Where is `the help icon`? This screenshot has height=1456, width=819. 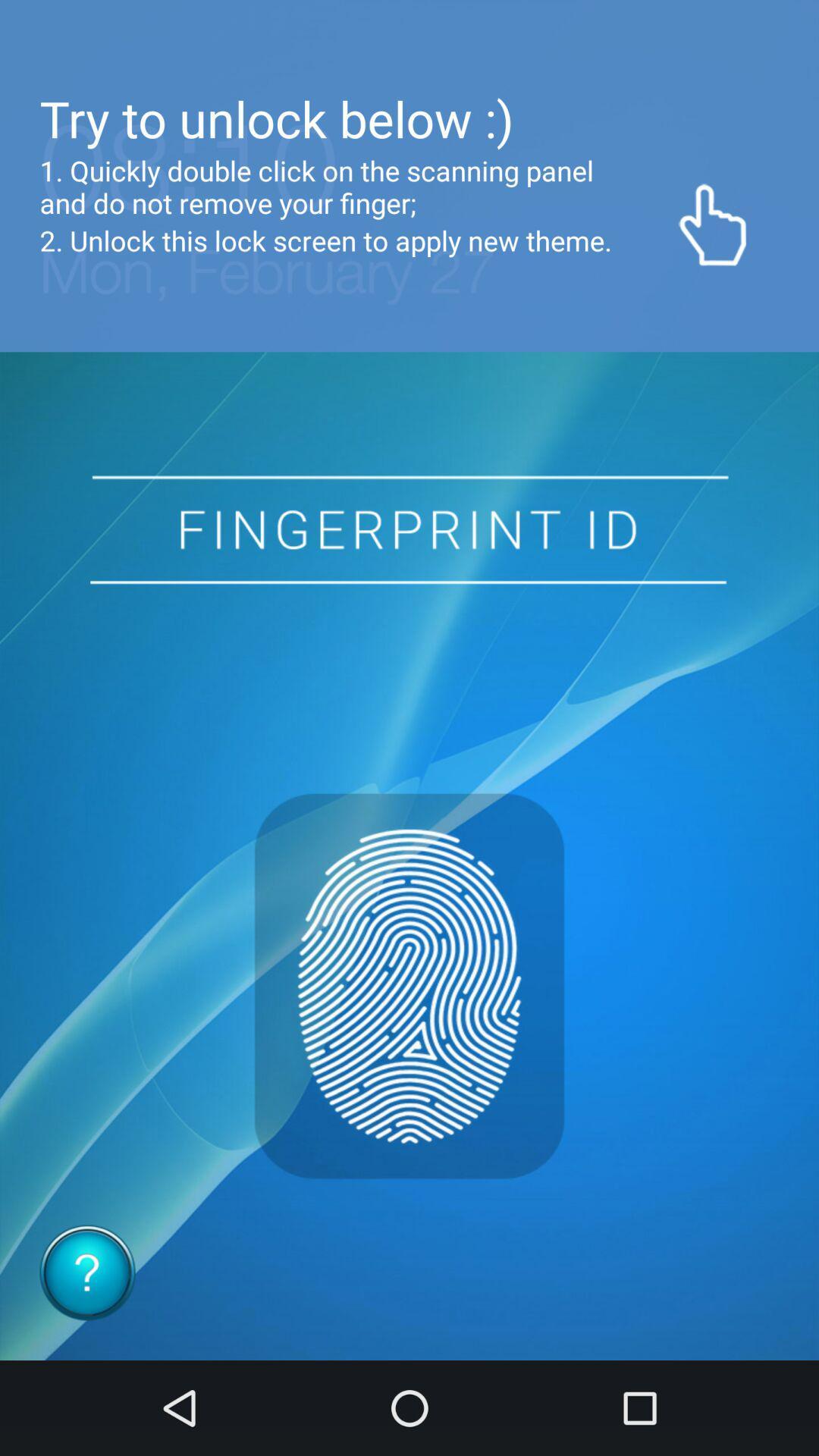 the help icon is located at coordinates (87, 1272).